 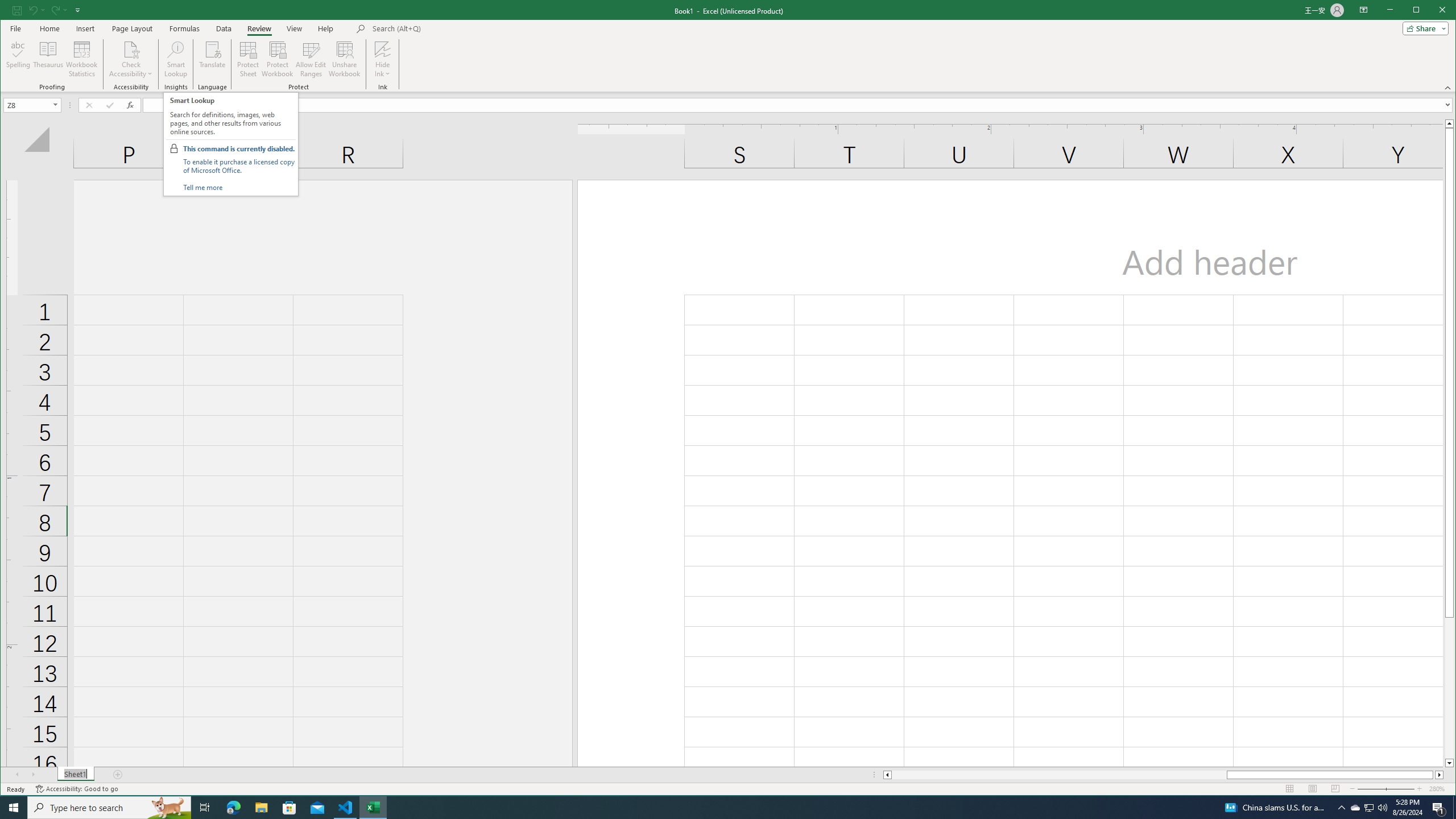 What do you see at coordinates (77, 9) in the screenshot?
I see `'Customize Quick Access Toolbar'` at bounding box center [77, 9].